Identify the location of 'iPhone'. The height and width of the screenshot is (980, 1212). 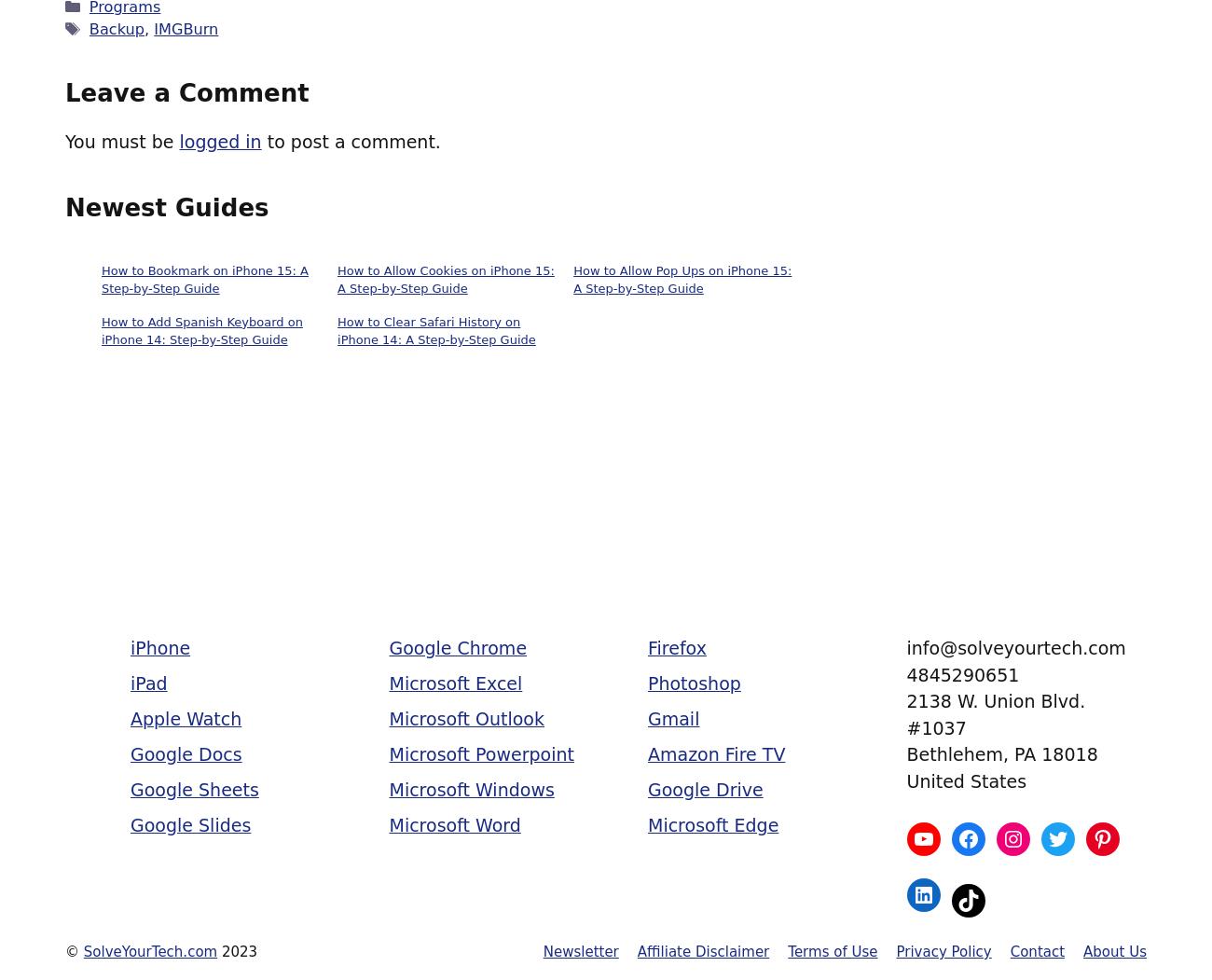
(159, 647).